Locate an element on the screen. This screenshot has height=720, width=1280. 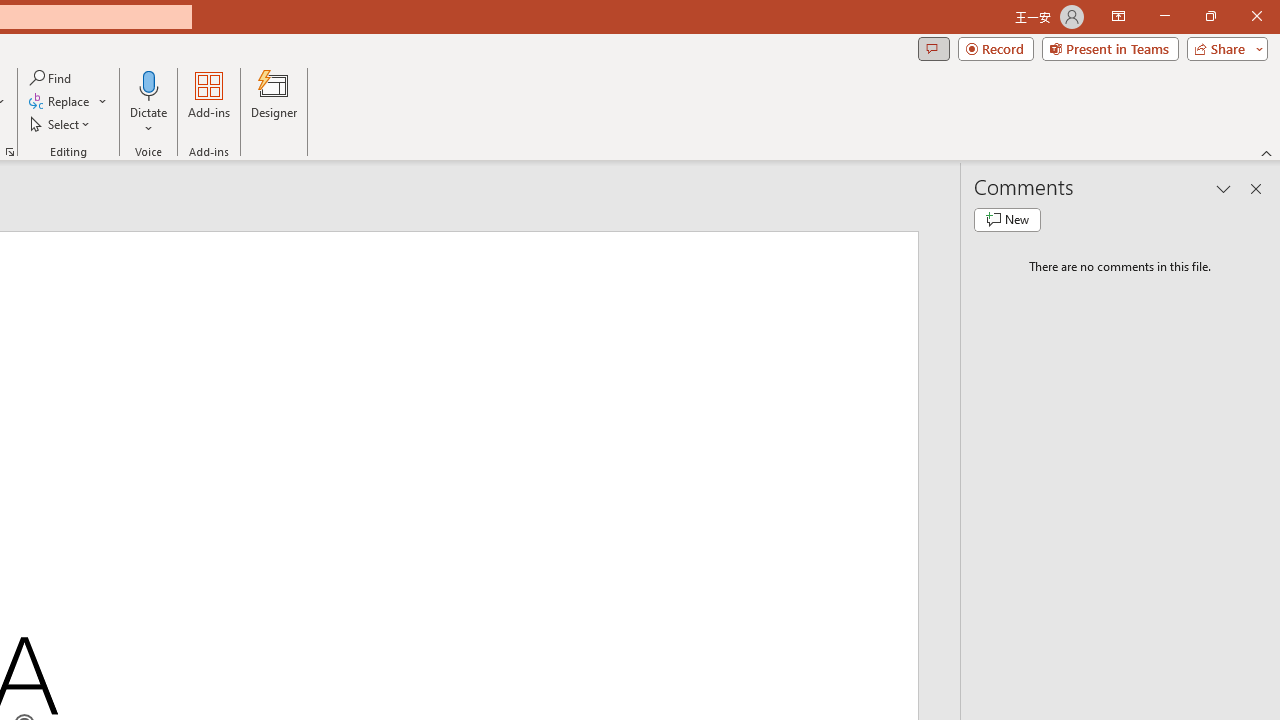
'Select' is located at coordinates (61, 124).